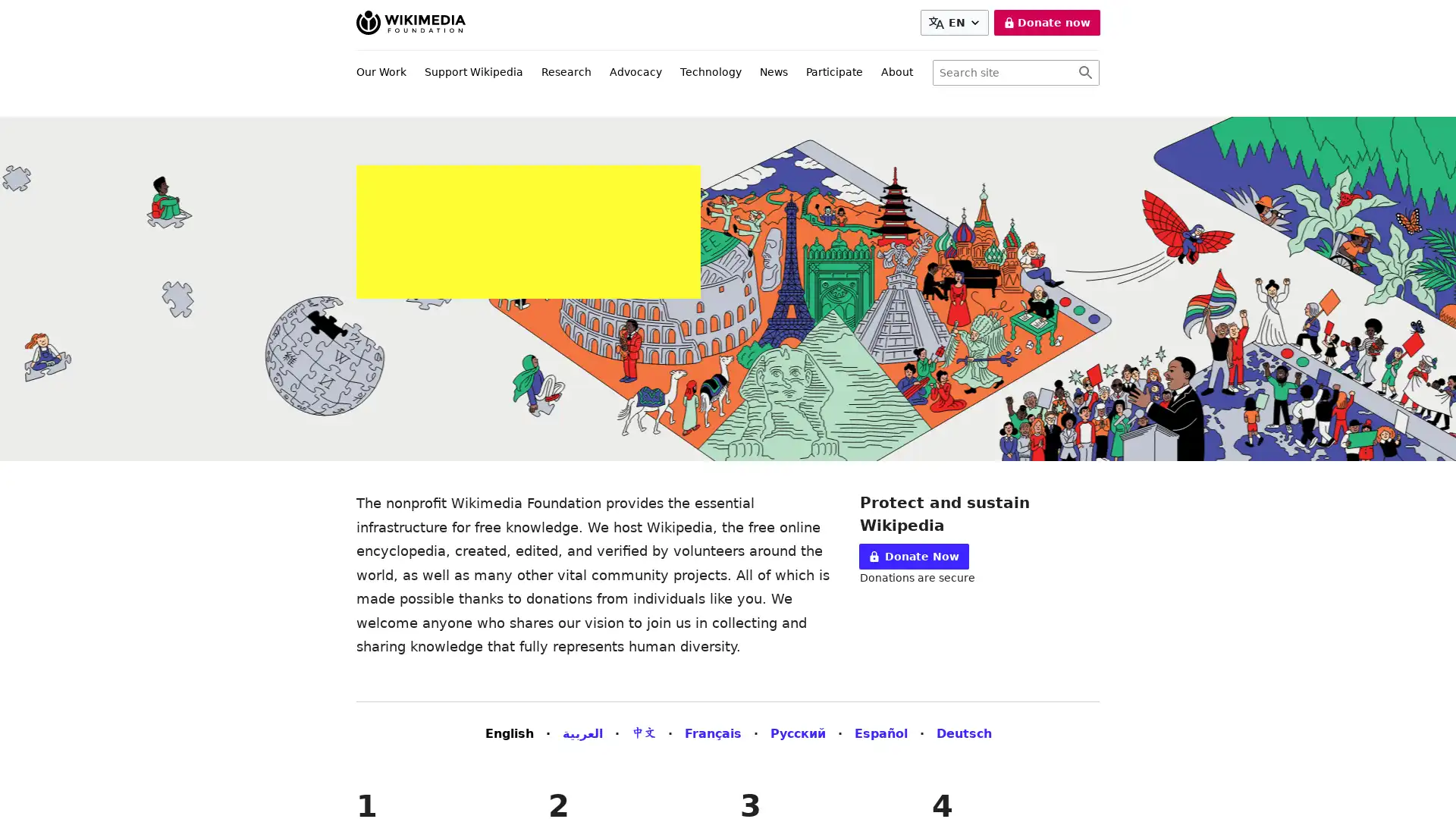  I want to click on Search, so click(1084, 73).